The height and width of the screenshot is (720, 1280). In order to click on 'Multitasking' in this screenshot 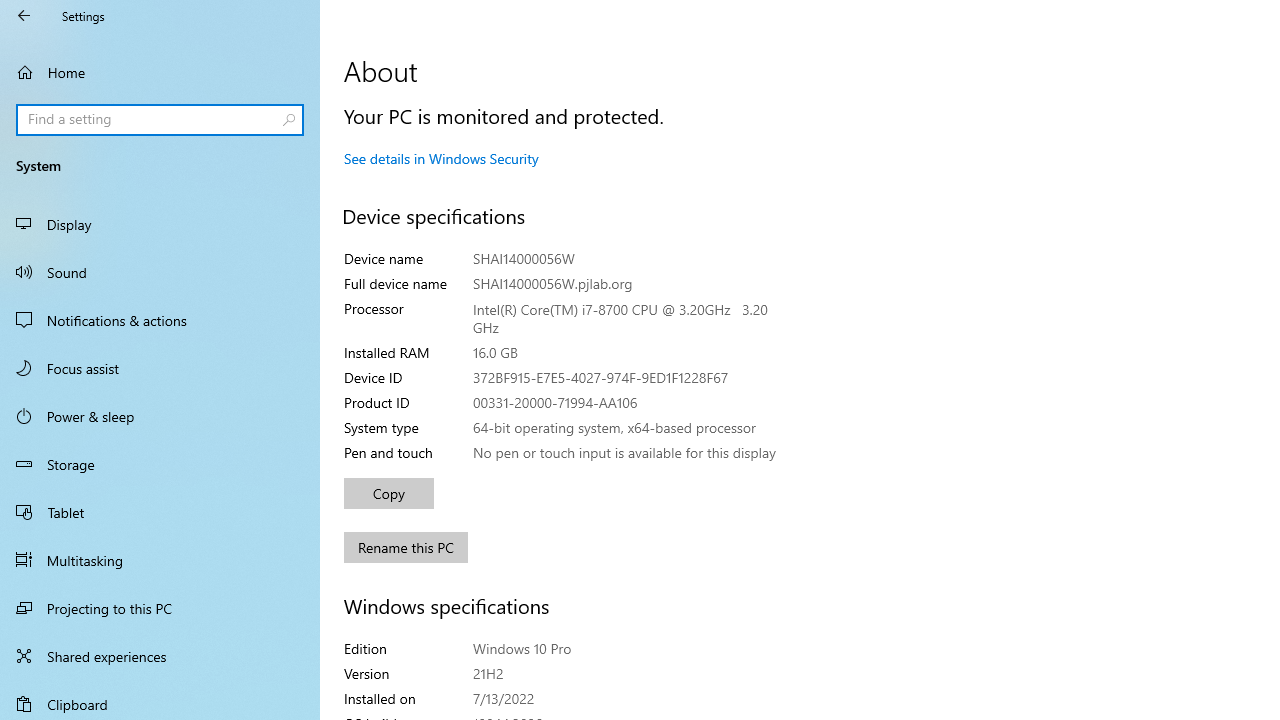, I will do `click(160, 559)`.